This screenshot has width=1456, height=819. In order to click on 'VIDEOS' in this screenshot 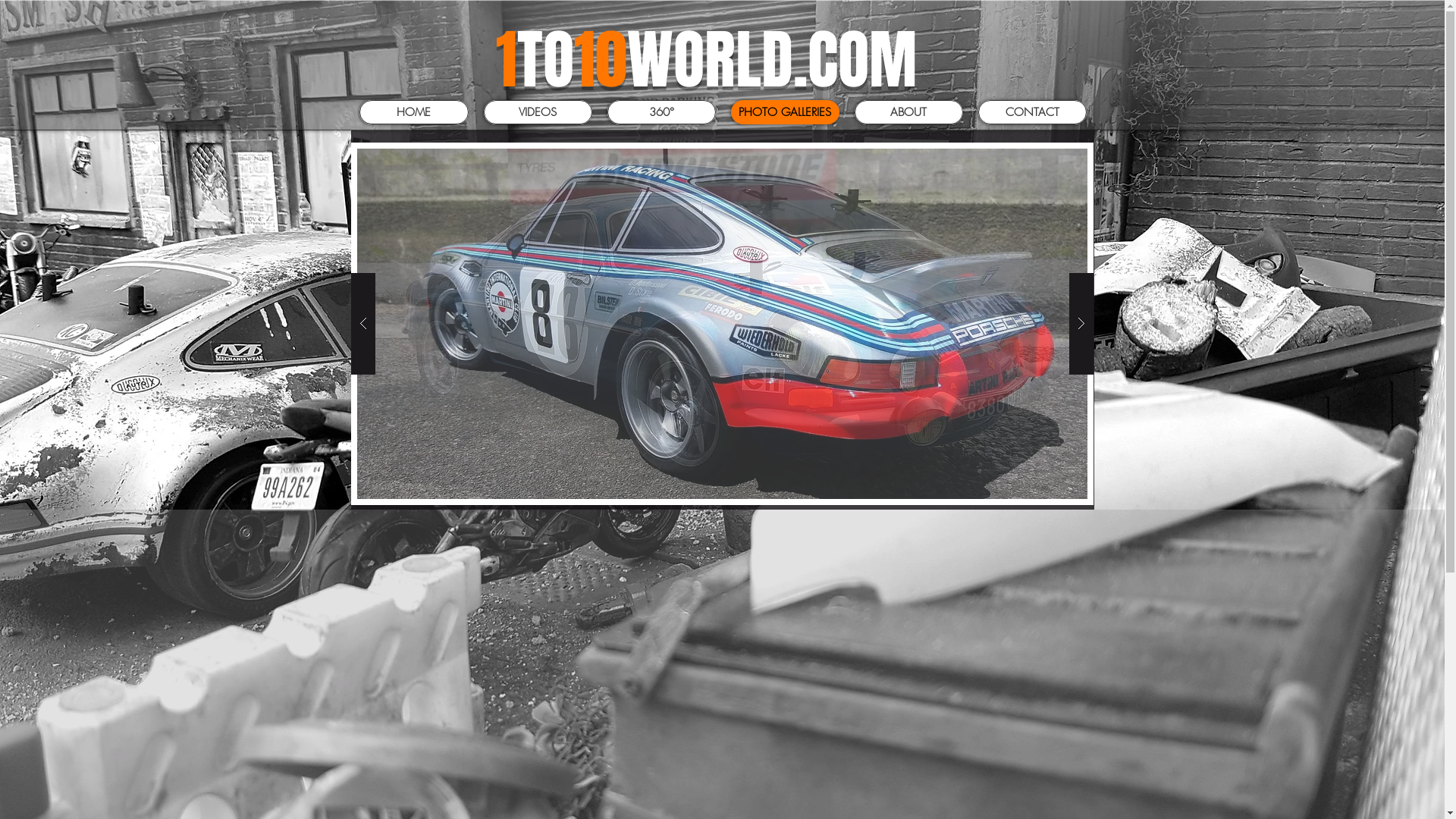, I will do `click(538, 111)`.